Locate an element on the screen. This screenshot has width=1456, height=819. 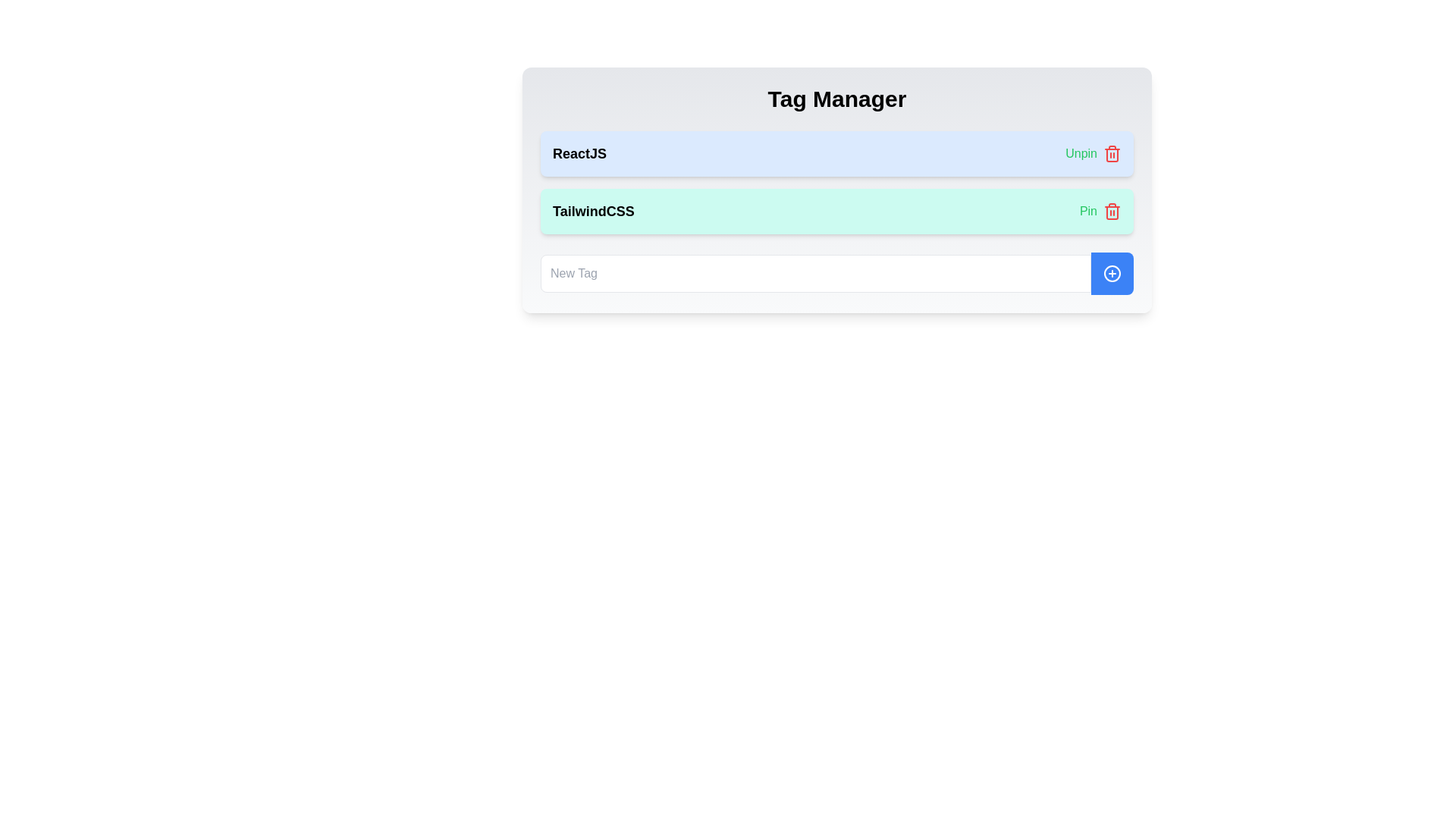
text from the 'ReactJS' text label, which is the first text in a blue-highlighted area at the top of the Tag Manager section is located at coordinates (579, 154).